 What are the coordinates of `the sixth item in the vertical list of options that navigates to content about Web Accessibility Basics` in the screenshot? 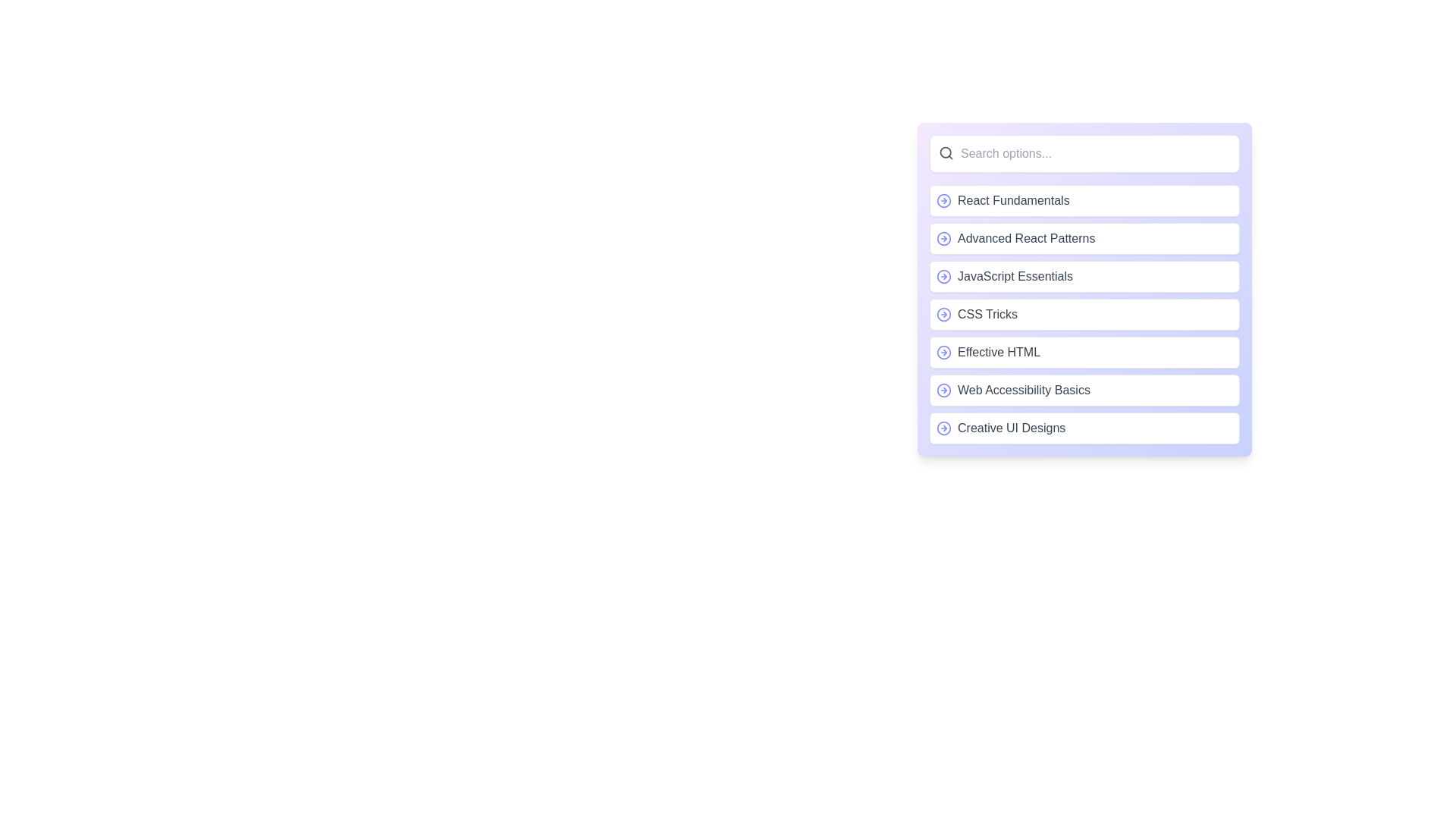 It's located at (1084, 390).